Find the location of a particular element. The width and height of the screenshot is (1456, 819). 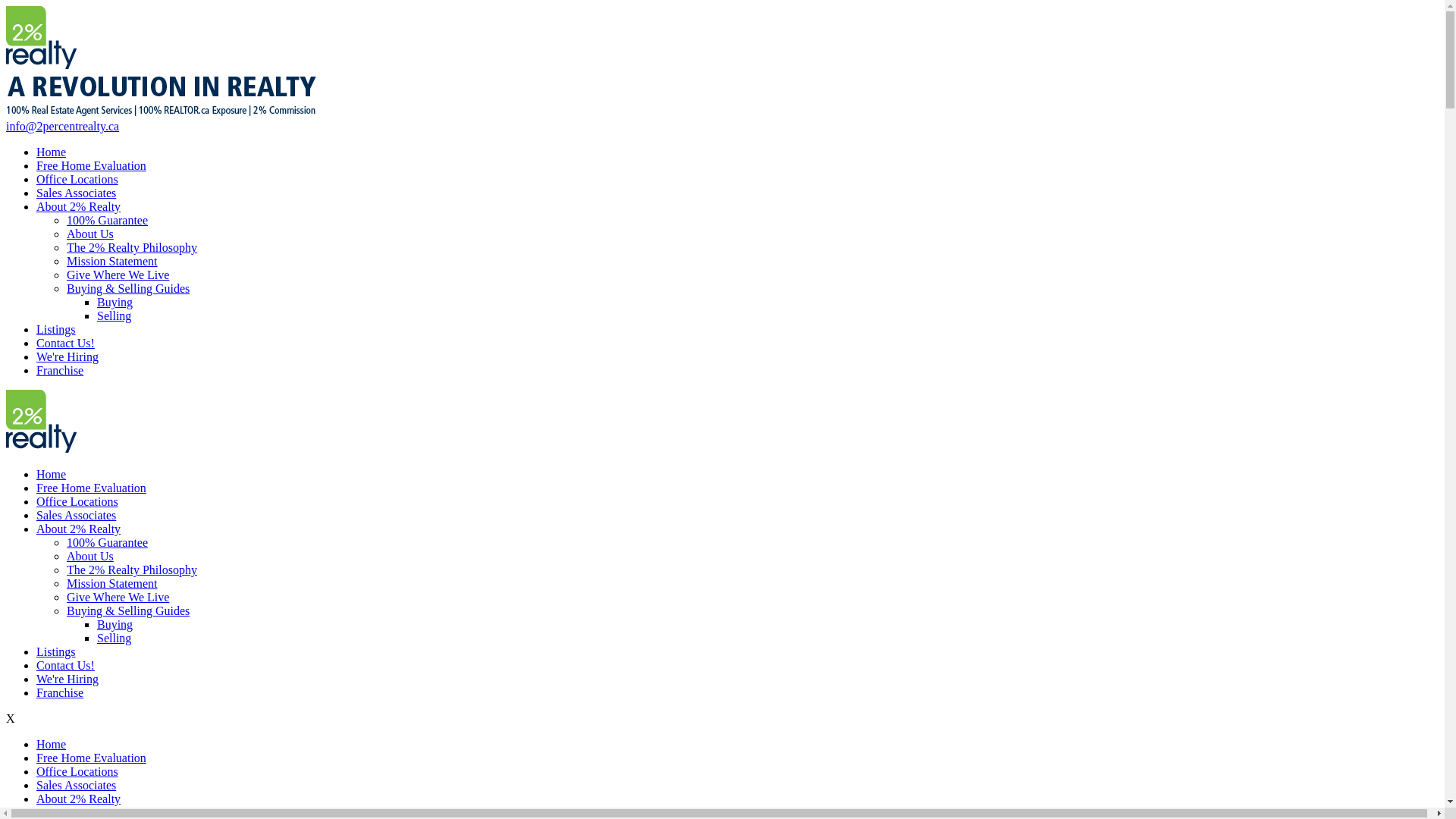

'Free Home Evaluation' is located at coordinates (90, 488).